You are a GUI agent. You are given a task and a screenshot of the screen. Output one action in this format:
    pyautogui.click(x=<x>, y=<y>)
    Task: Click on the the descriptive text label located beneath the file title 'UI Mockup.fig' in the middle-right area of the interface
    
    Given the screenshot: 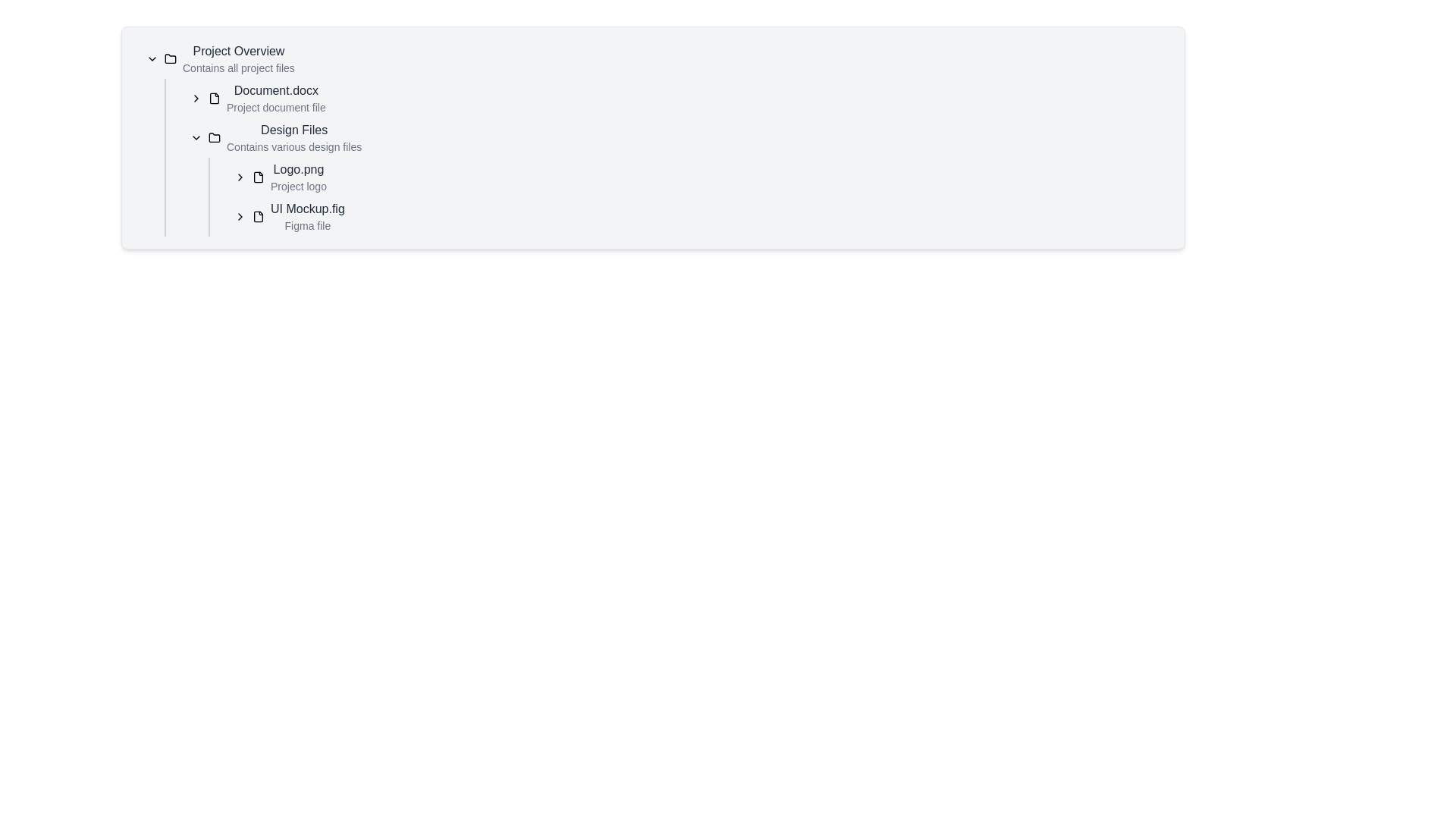 What is the action you would take?
    pyautogui.click(x=306, y=225)
    